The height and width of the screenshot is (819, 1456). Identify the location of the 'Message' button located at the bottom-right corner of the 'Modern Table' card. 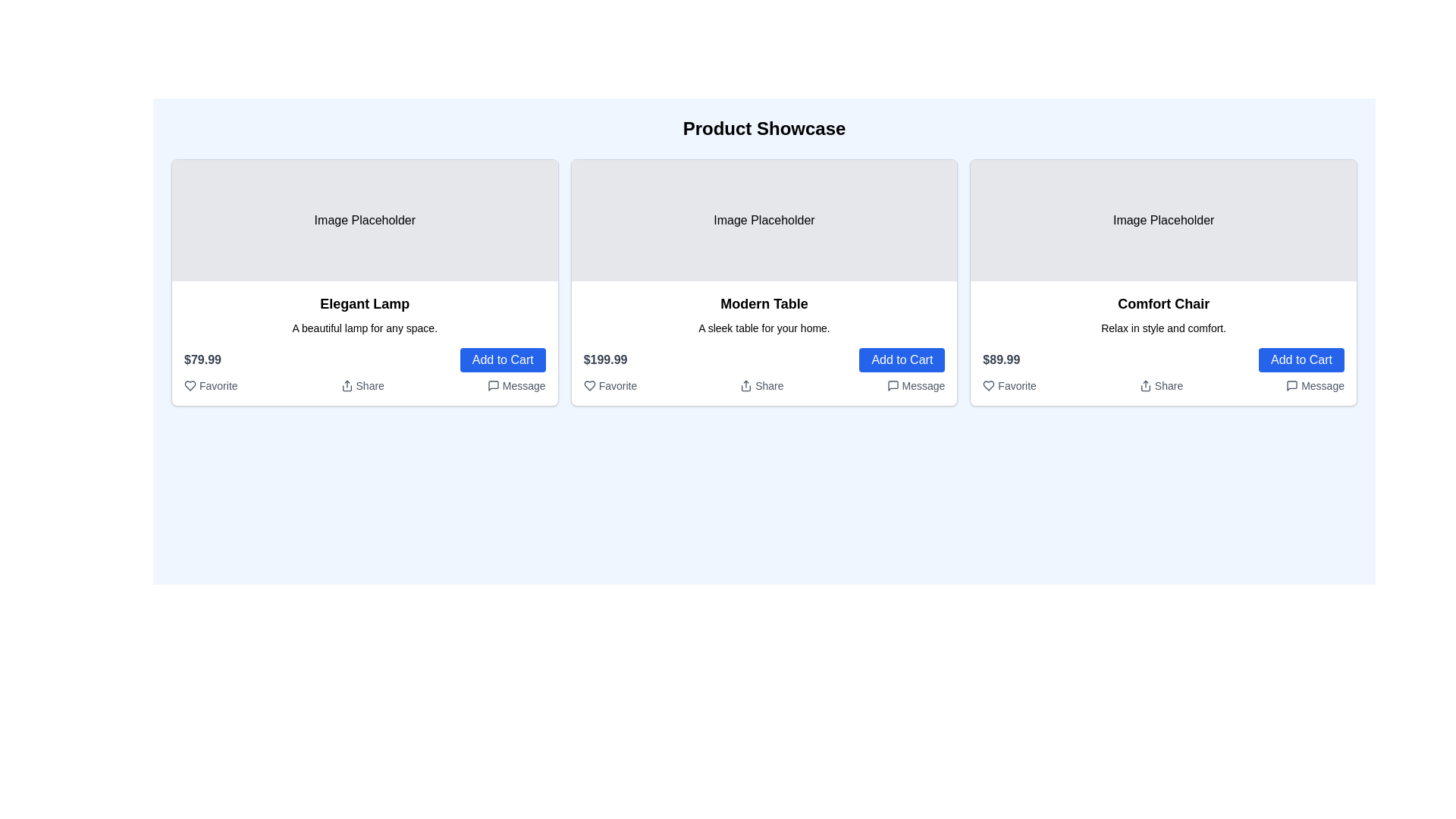
(915, 385).